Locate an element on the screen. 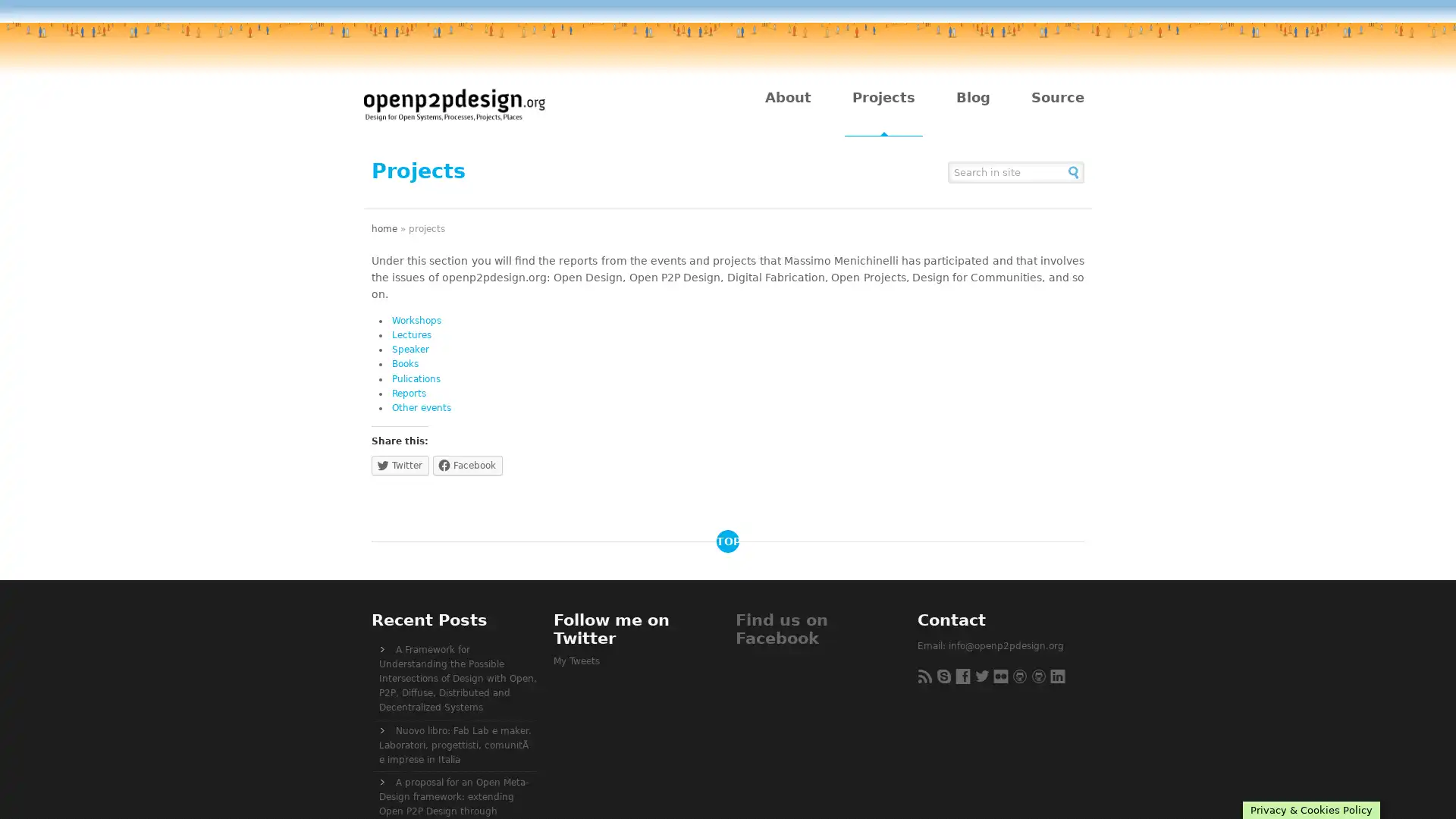 This screenshot has width=1456, height=819. Search is located at coordinates (1073, 171).